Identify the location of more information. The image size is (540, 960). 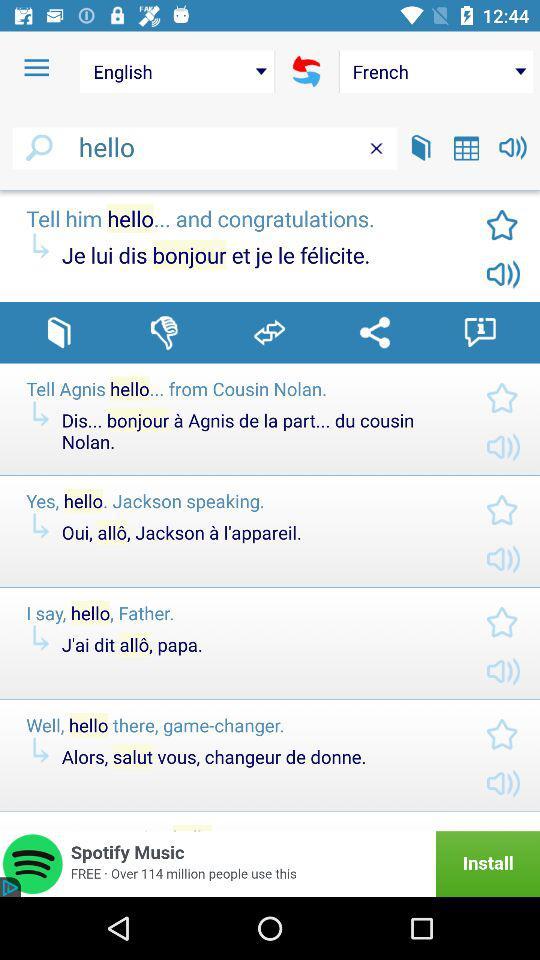
(479, 332).